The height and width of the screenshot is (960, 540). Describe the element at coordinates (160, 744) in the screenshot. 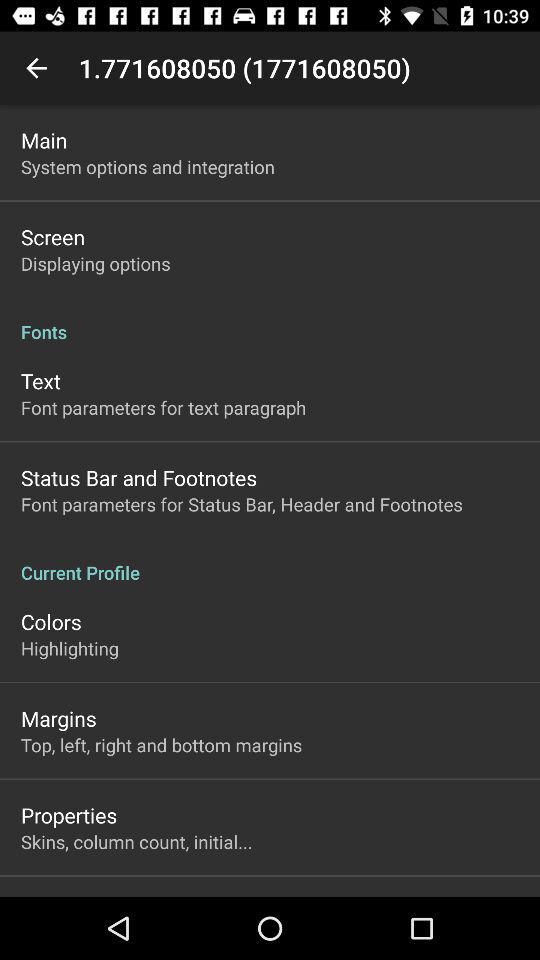

I see `icon below the margins item` at that location.